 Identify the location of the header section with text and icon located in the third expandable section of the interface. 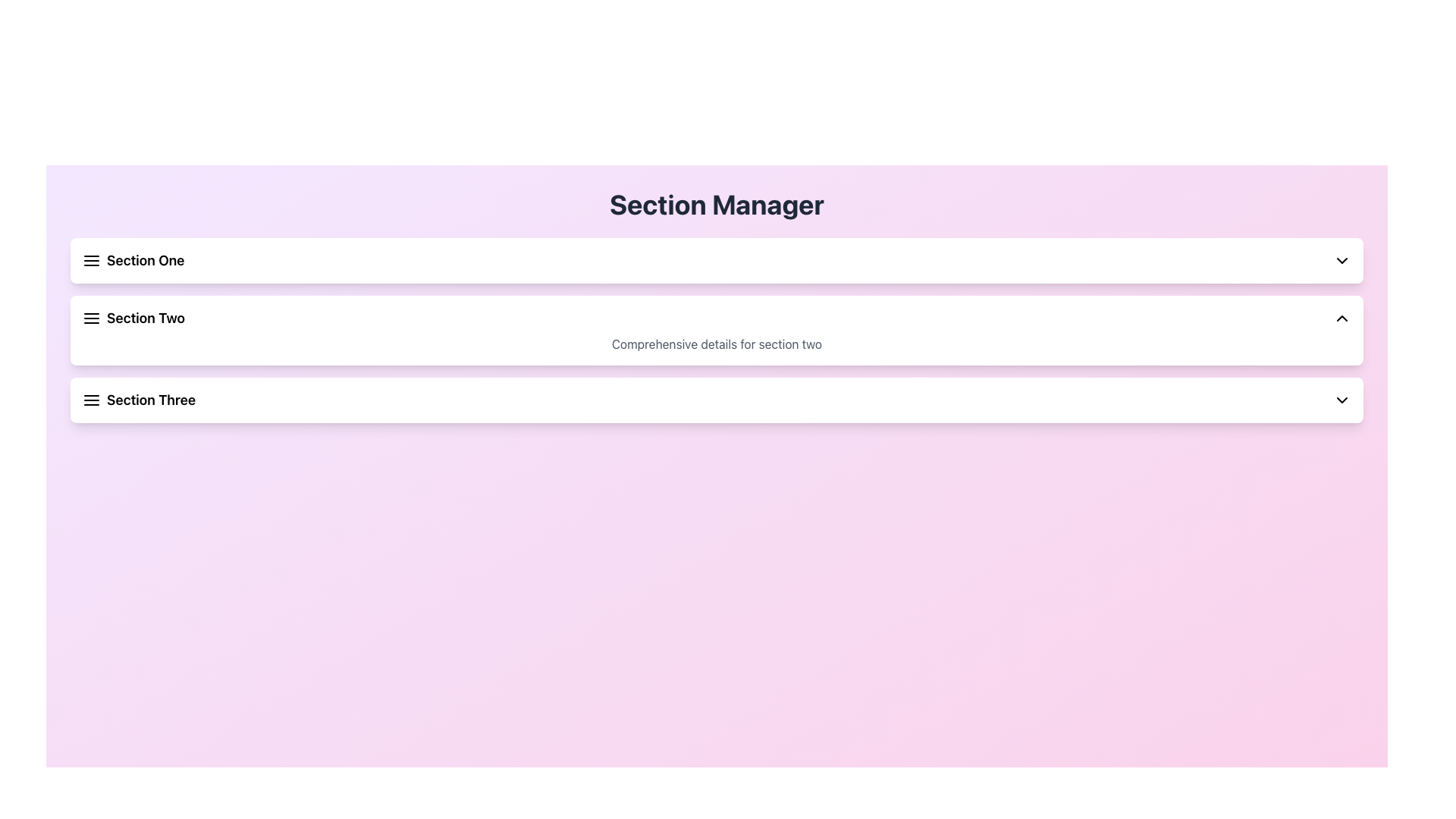
(139, 400).